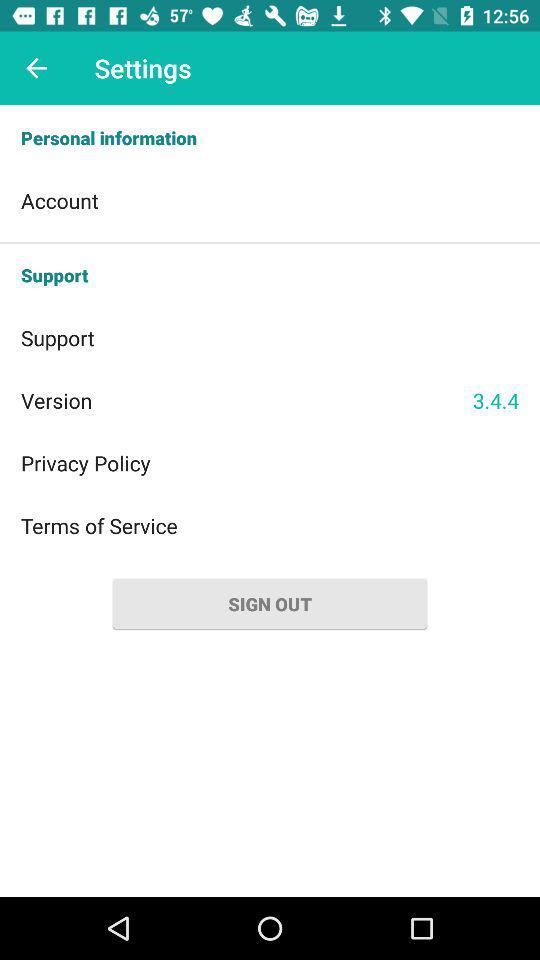  Describe the element at coordinates (270, 524) in the screenshot. I see `the icon below privacy policy item` at that location.